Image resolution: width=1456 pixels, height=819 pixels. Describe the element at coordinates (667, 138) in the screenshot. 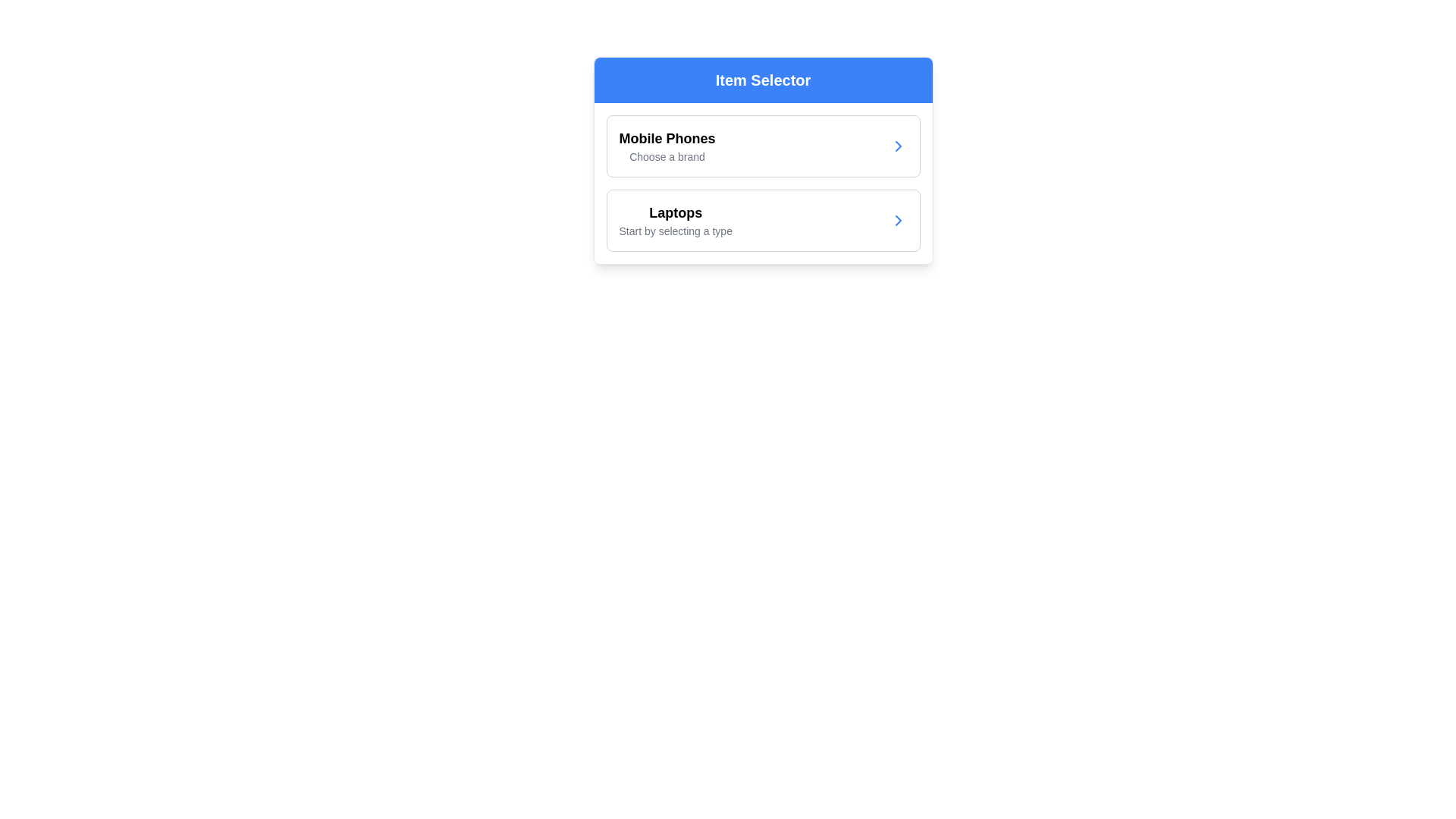

I see `the 'Mobile Phones' text label, which is prominently displayed in a large, bold black font against a white background, located in the first menu option under 'Item Selector'` at that location.